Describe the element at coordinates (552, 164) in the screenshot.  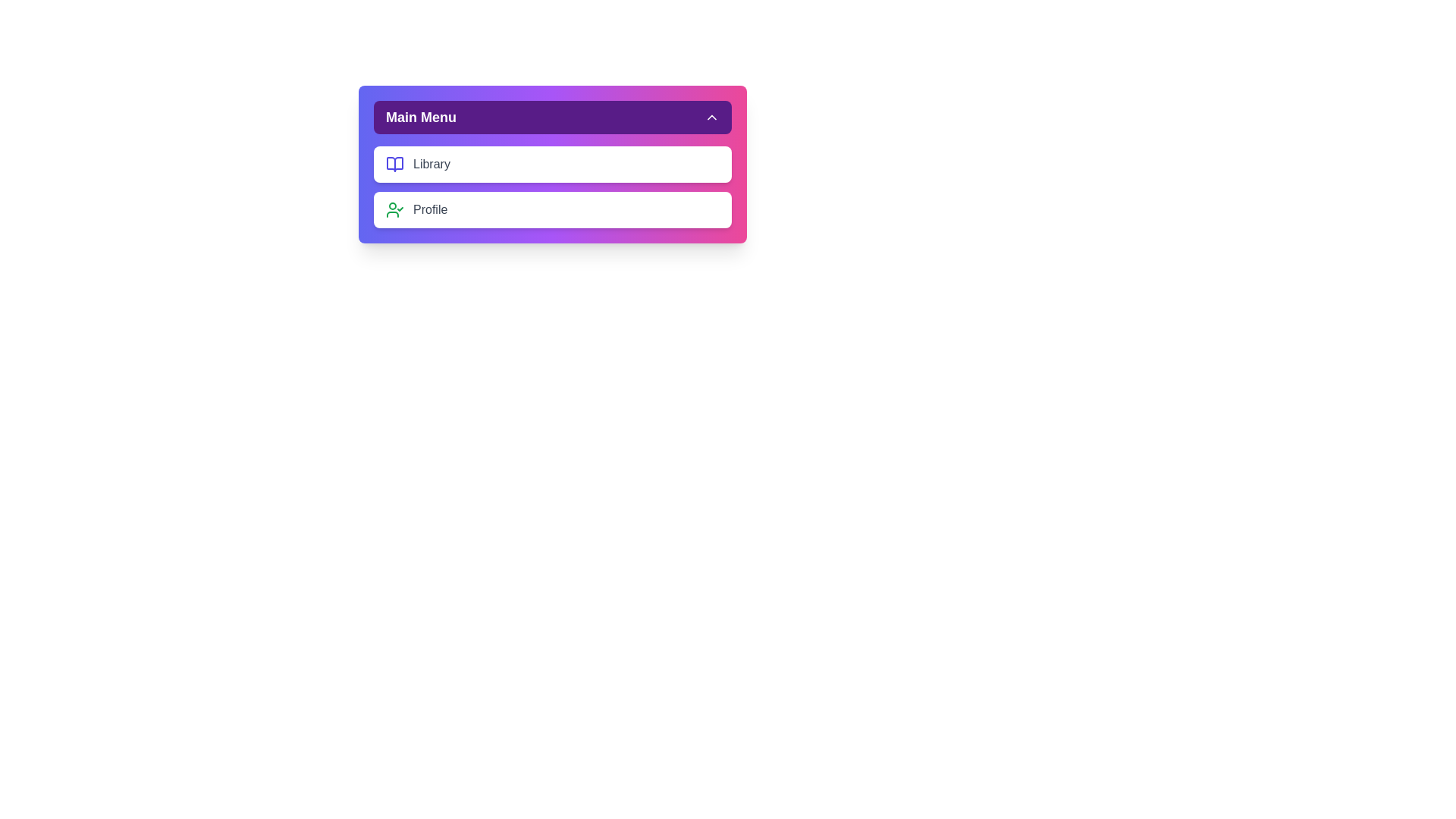
I see `the menu block located at the upper section of the interface, which provides access to the 'Library' and 'Profile' sections` at that location.